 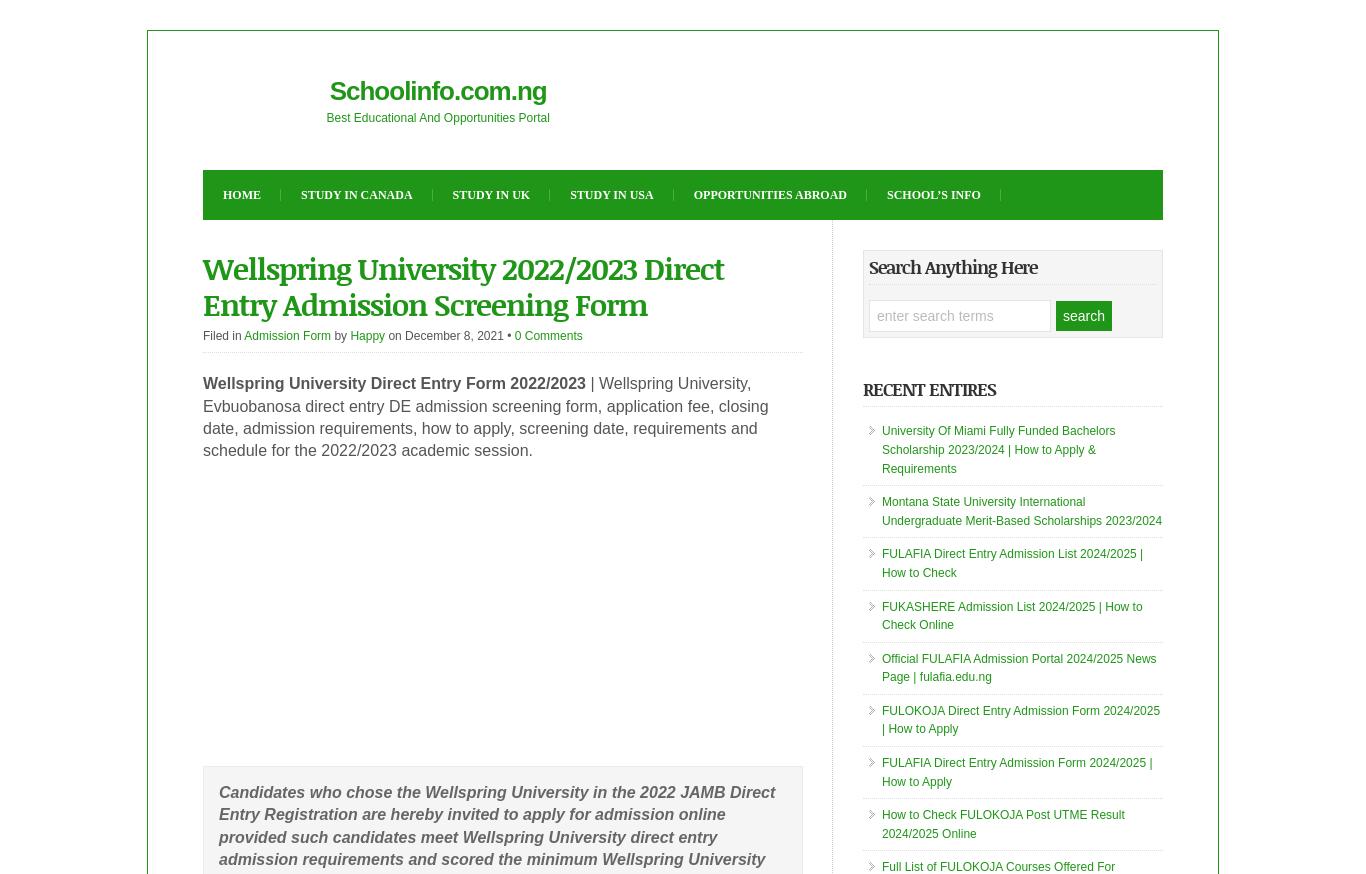 I want to click on 'STUDY IN CANADA', so click(x=301, y=193).